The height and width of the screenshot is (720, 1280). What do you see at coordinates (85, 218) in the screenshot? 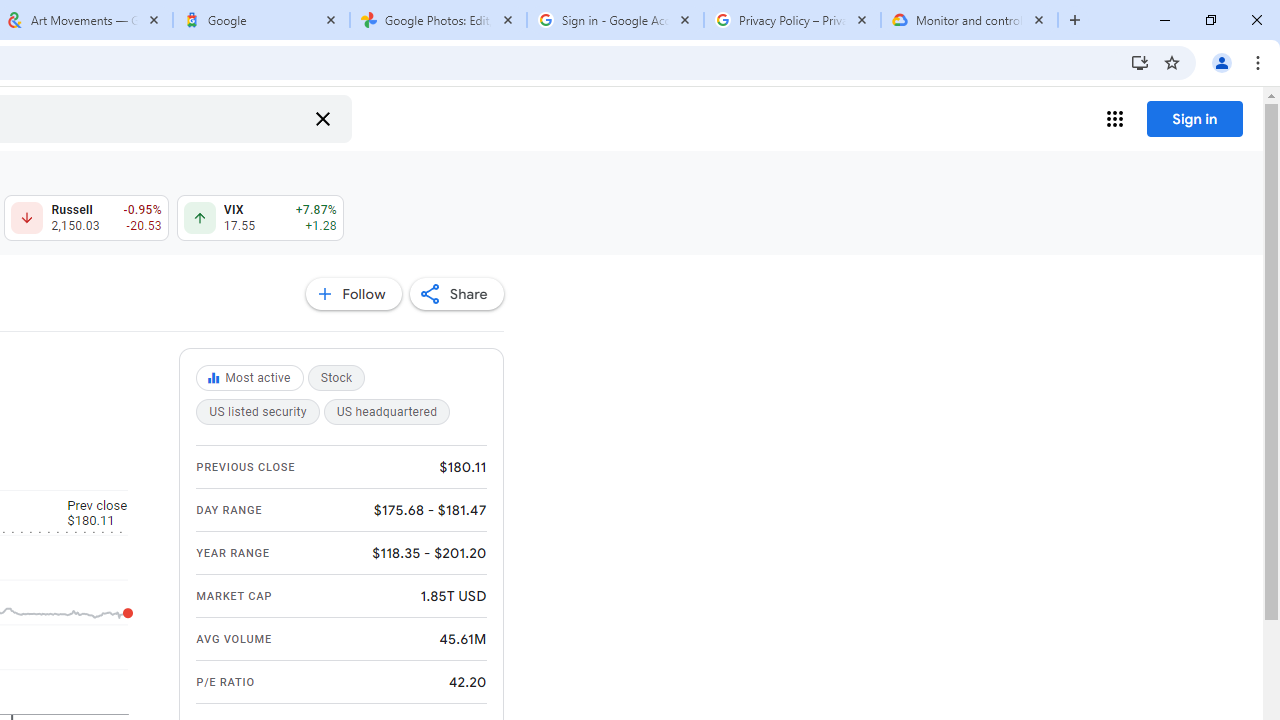
I see `'Russell 2,150.03 Down by 0.95% -20.53'` at bounding box center [85, 218].